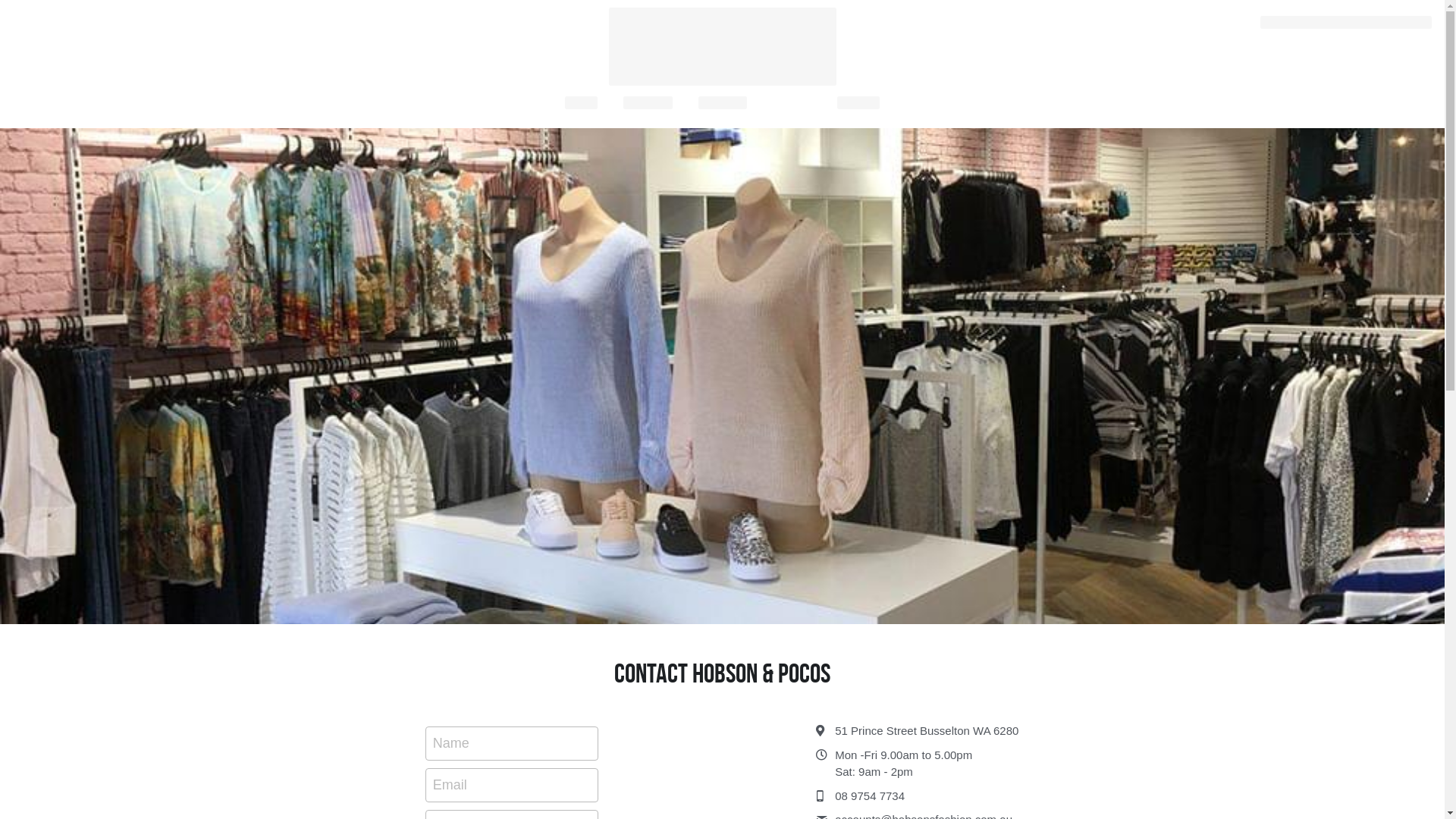 This screenshot has height=819, width=1456. What do you see at coordinates (698, 102) in the screenshot?
I see `'Rewards'` at bounding box center [698, 102].